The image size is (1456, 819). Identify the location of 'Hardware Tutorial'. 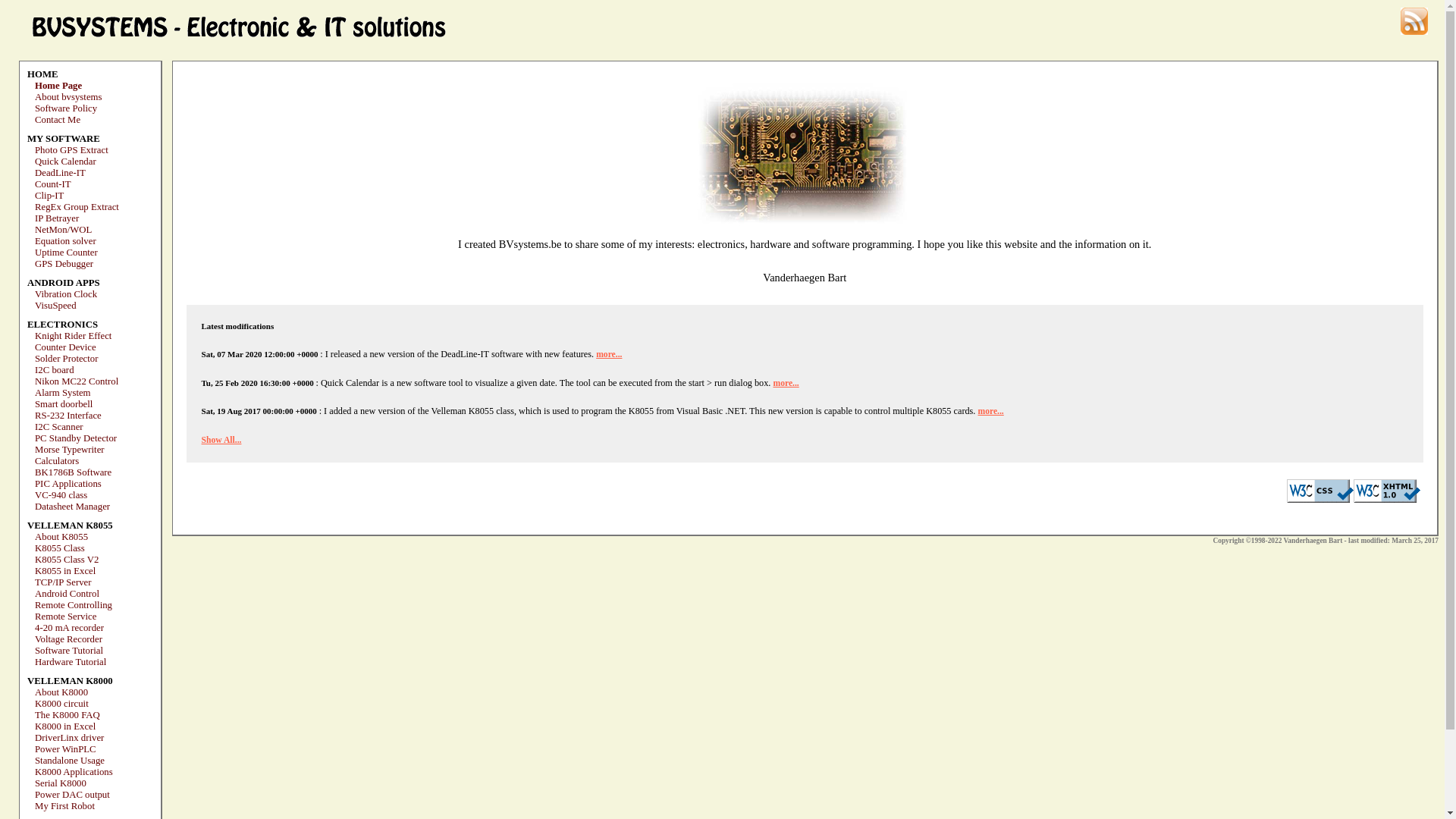
(69, 661).